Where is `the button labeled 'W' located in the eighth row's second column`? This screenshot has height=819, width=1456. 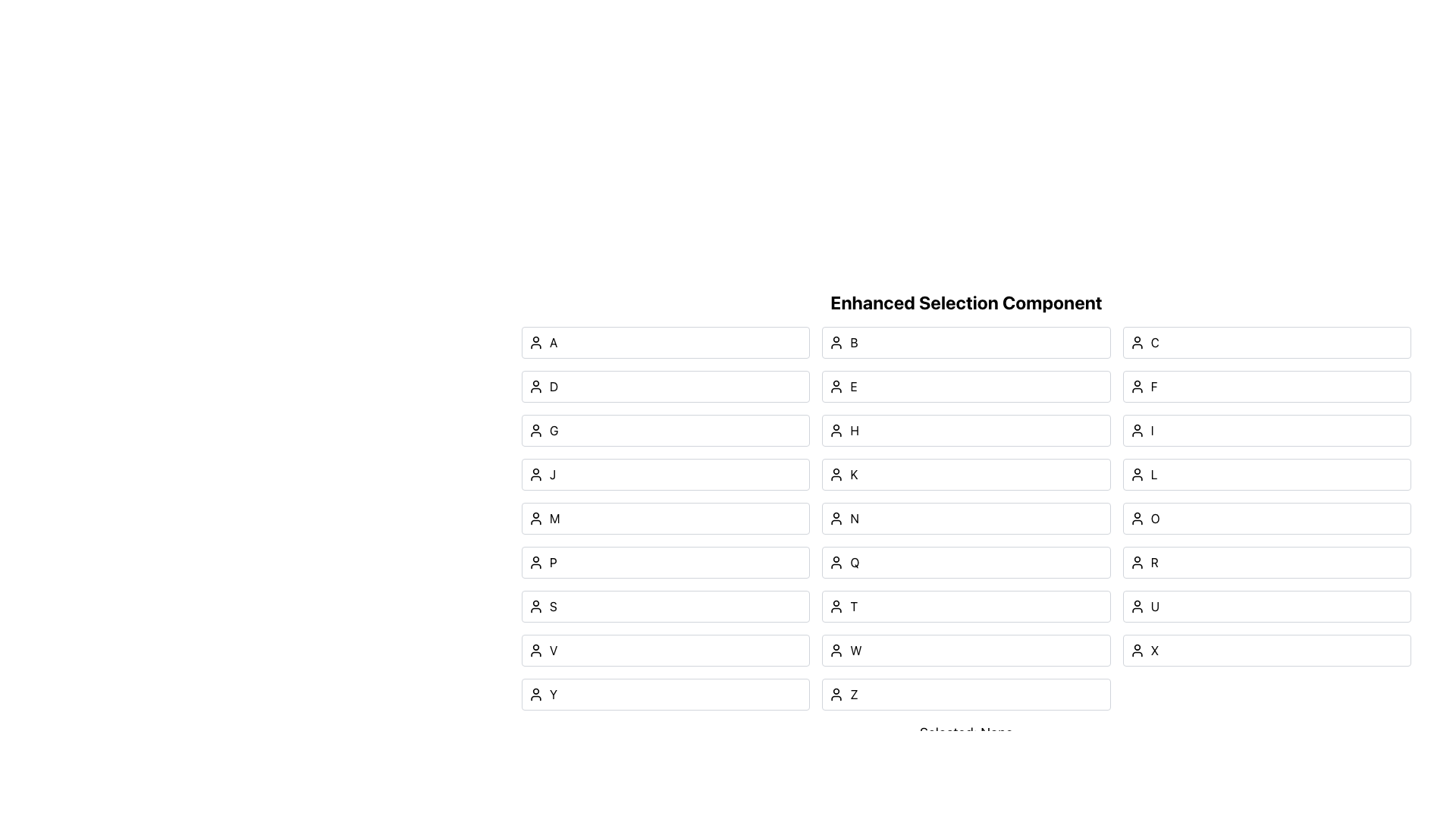 the button labeled 'W' located in the eighth row's second column is located at coordinates (965, 649).